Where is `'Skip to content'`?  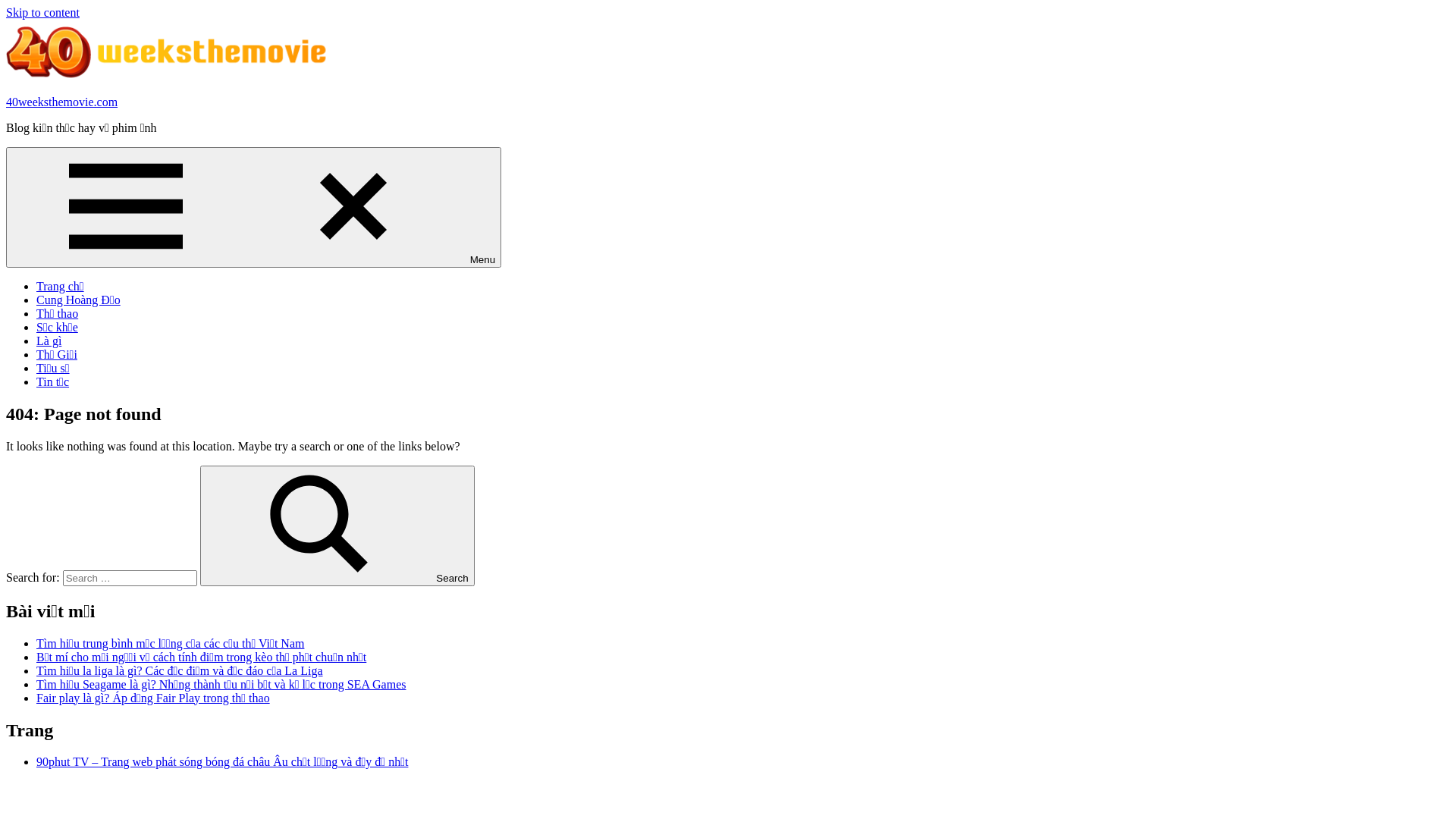
'Skip to content' is located at coordinates (42, 12).